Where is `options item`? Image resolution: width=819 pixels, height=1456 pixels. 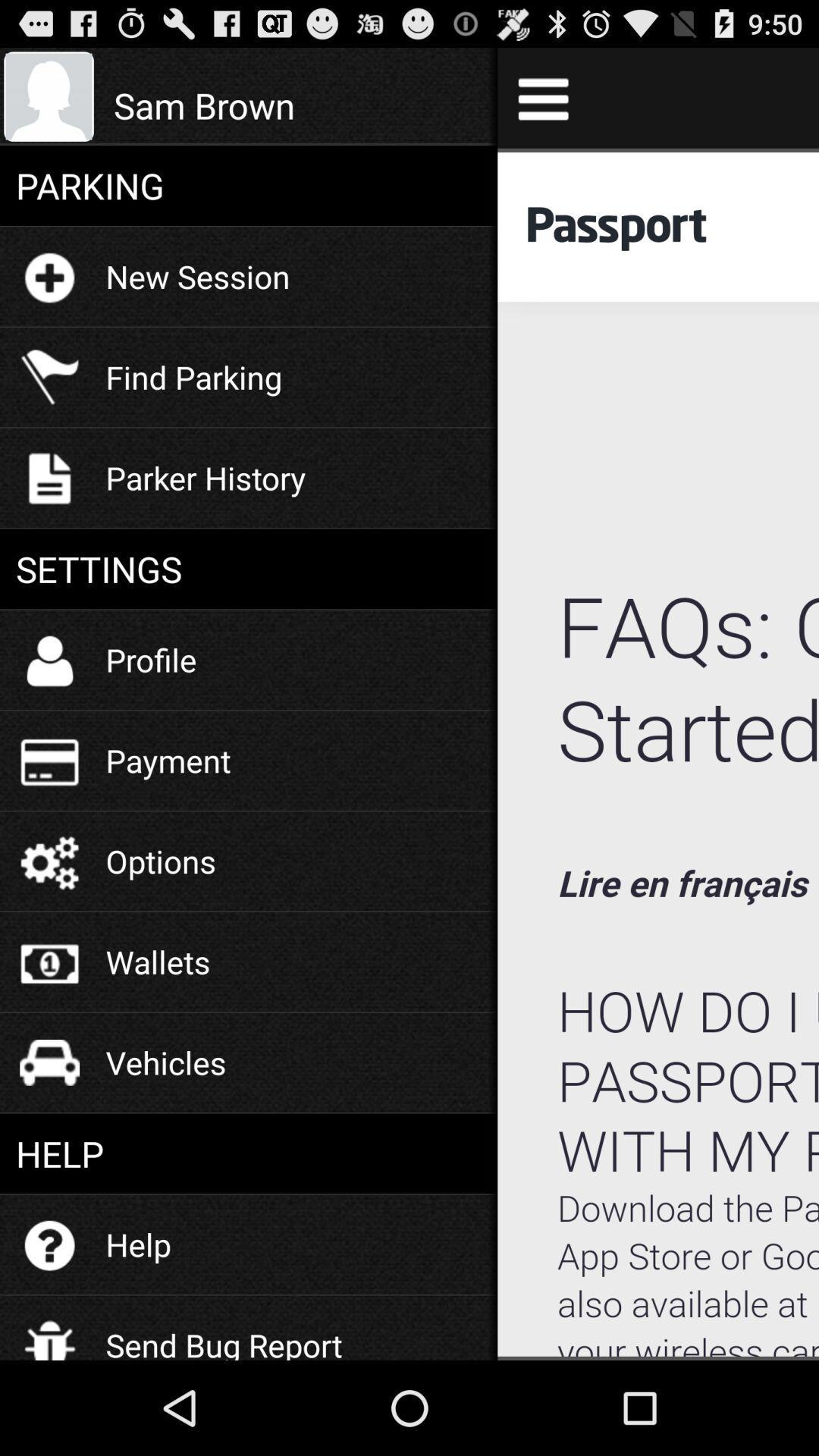 options item is located at coordinates (161, 861).